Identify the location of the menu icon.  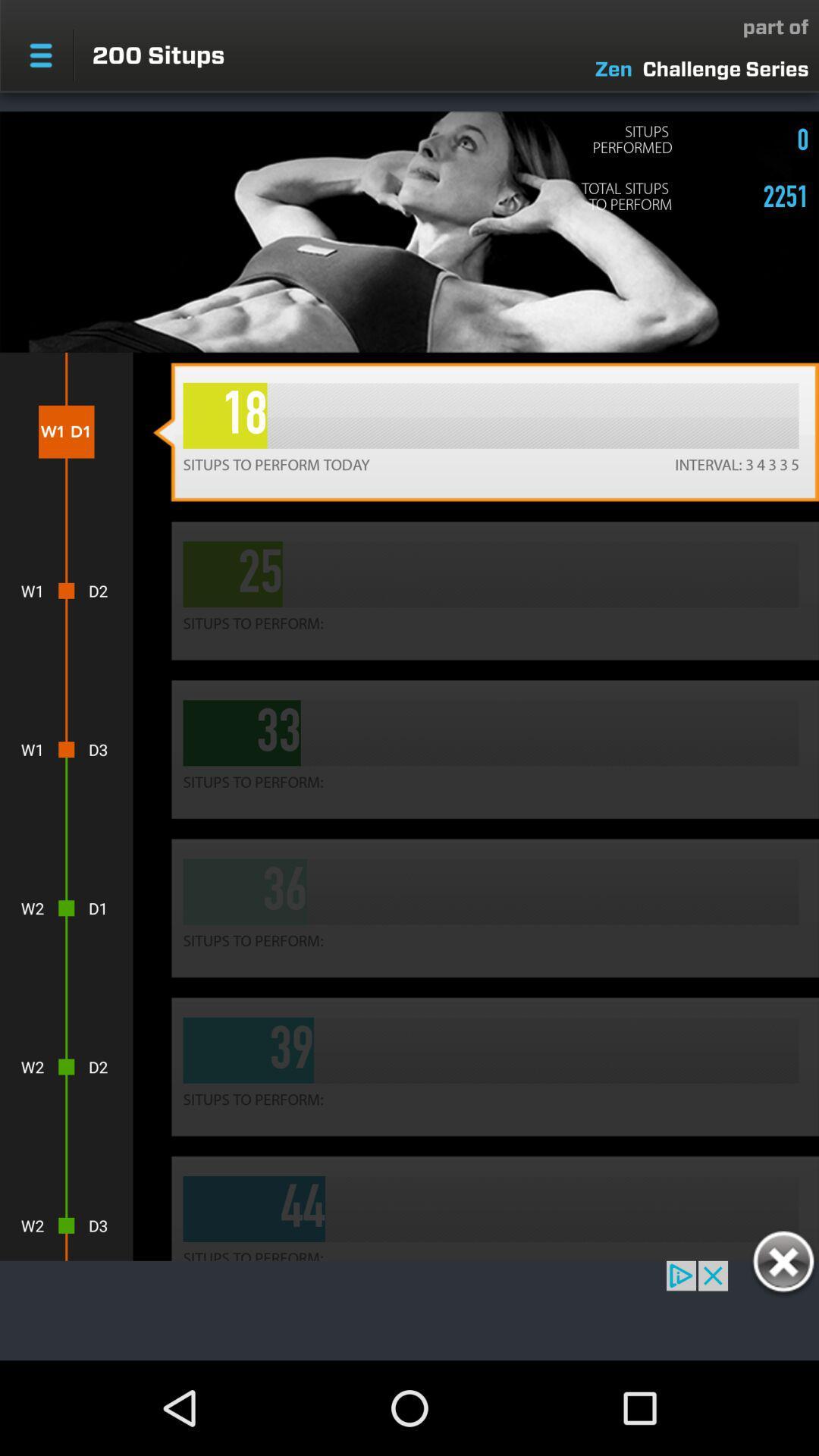
(40, 55).